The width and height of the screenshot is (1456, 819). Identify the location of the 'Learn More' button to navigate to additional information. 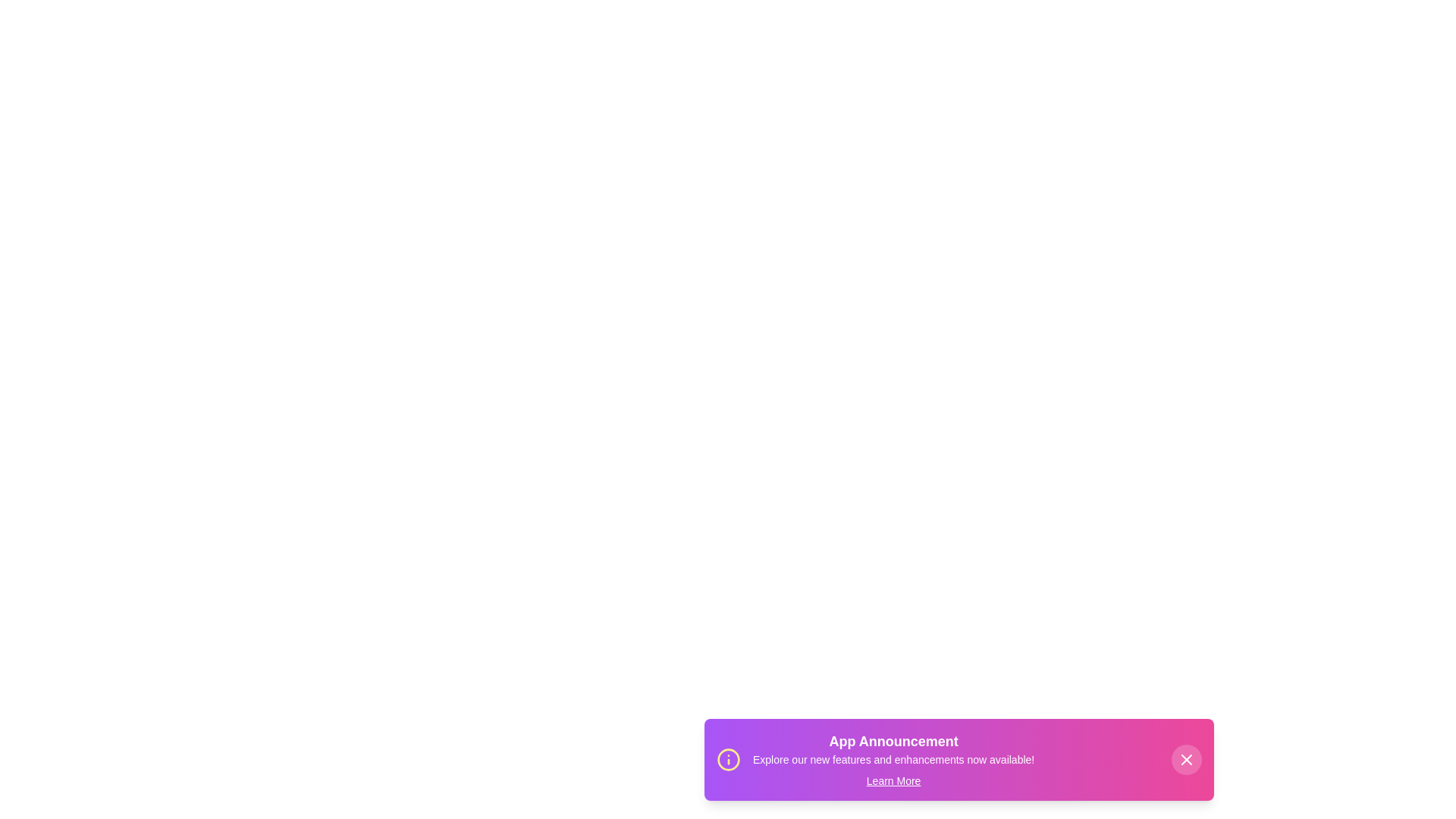
(893, 780).